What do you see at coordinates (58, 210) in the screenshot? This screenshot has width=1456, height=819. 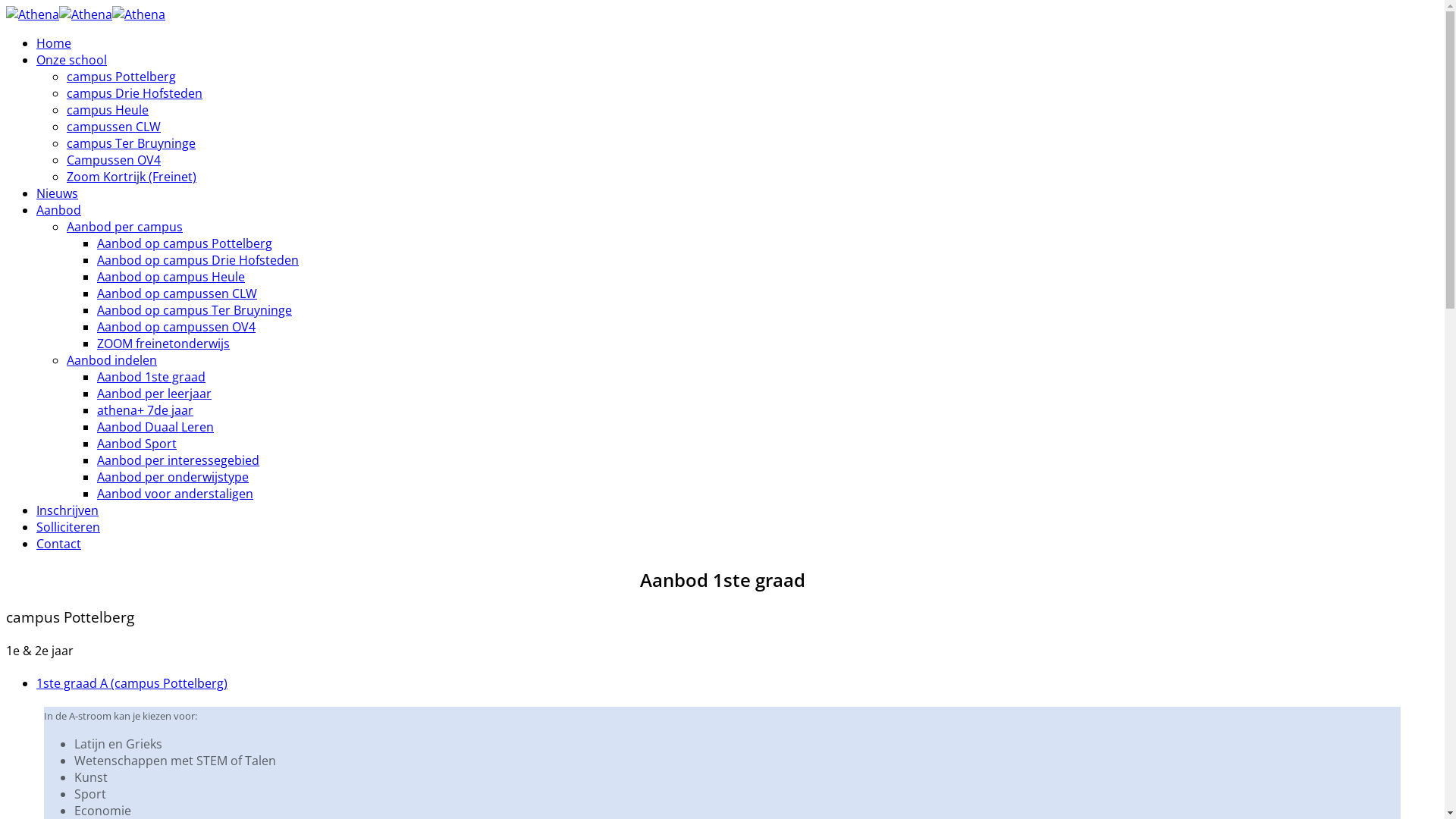 I see `'Aanbod'` at bounding box center [58, 210].